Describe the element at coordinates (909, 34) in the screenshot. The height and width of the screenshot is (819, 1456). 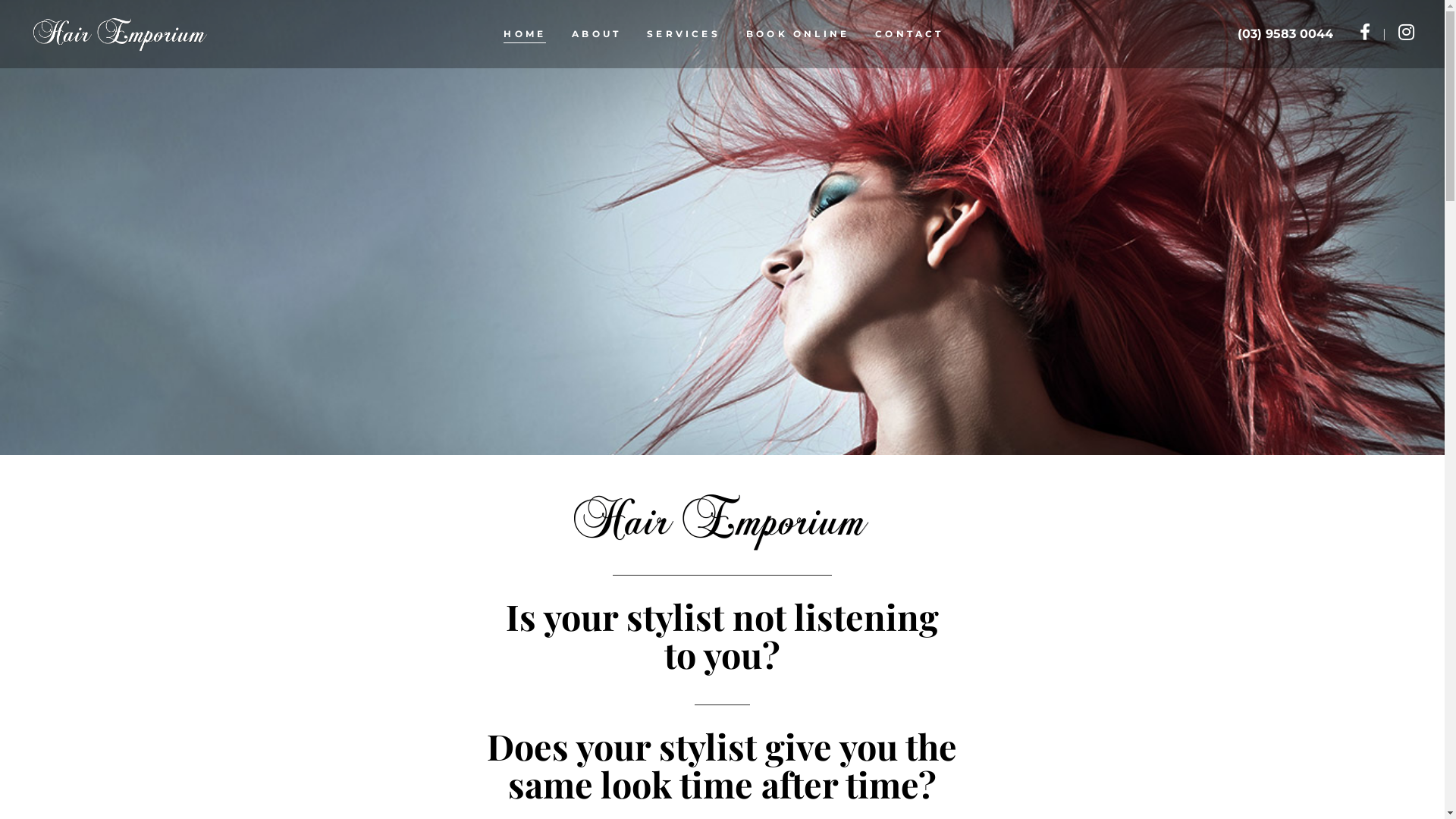
I see `'CONTACT'` at that location.